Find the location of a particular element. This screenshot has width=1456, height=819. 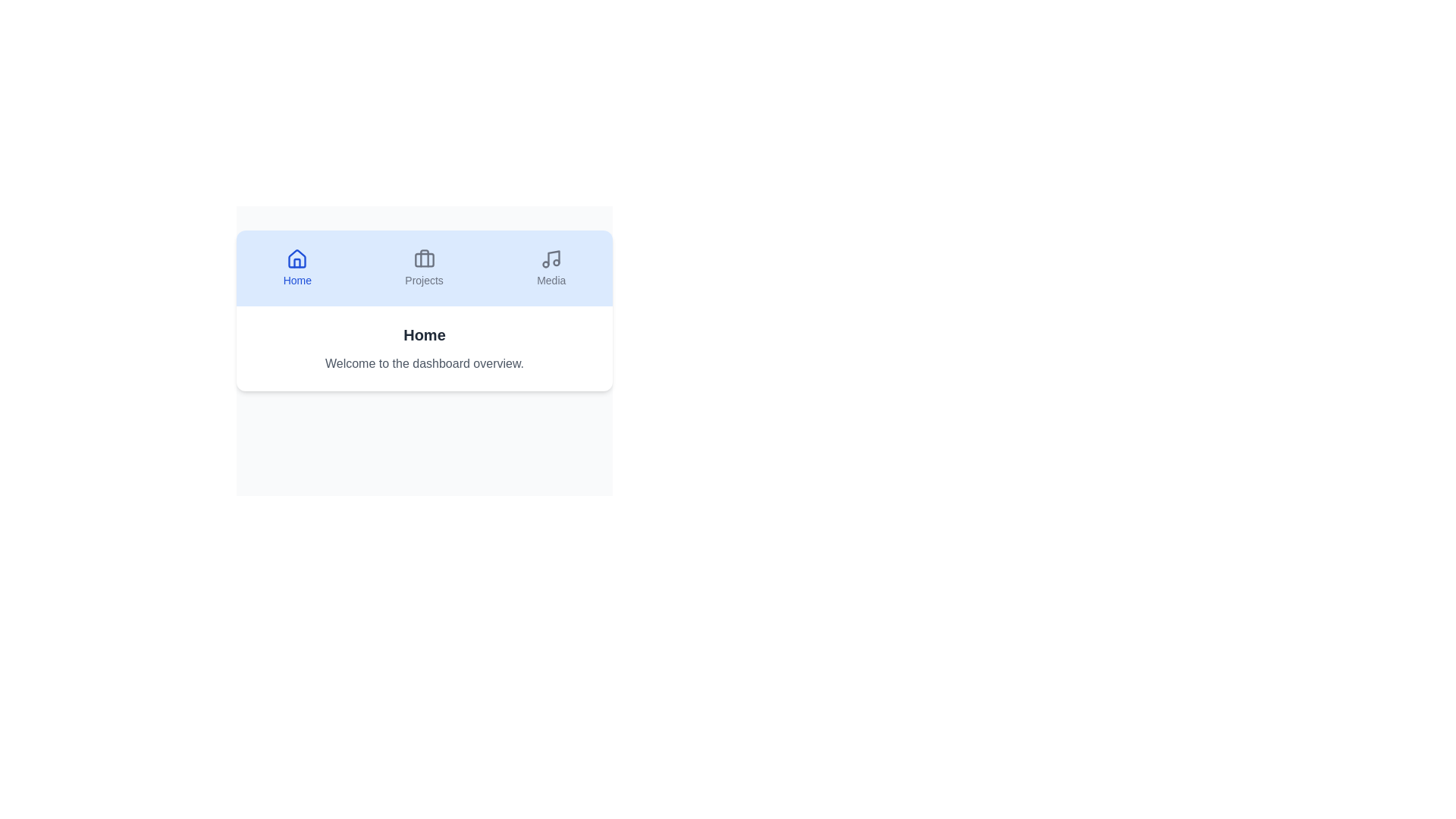

the Projects tab is located at coordinates (423, 268).